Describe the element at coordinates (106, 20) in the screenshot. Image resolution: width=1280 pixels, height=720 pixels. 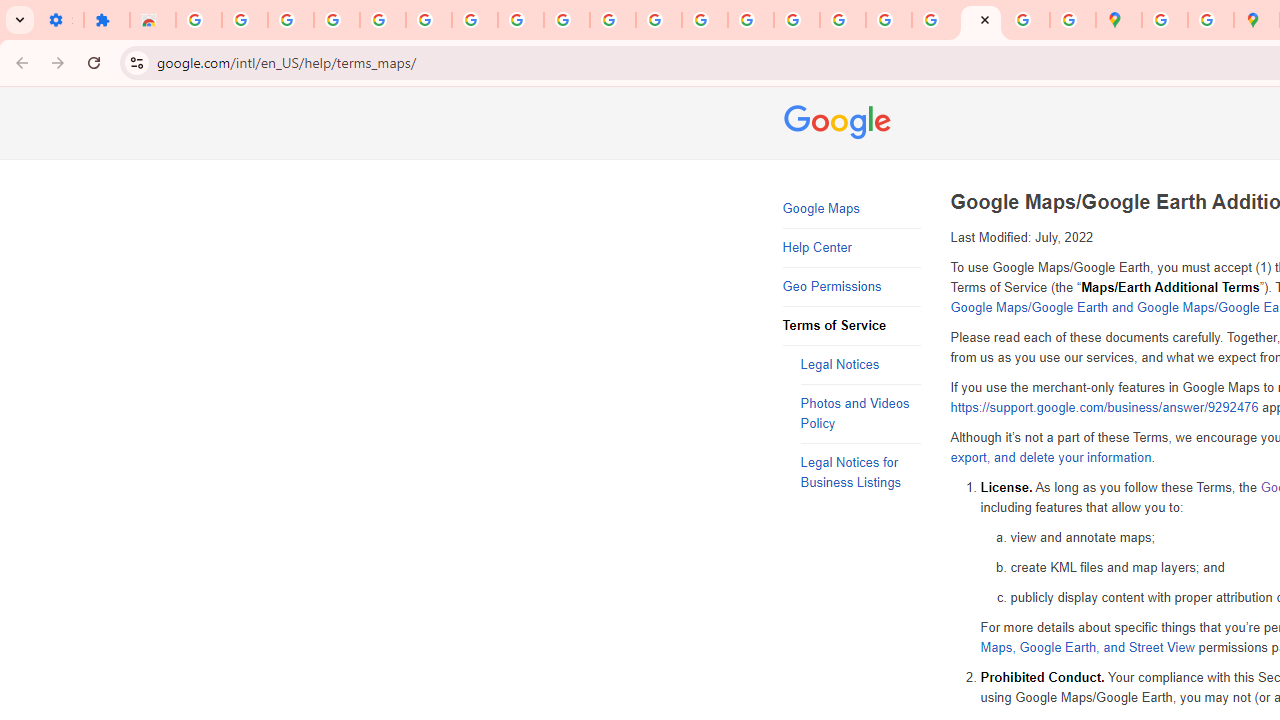
I see `'Extensions'` at that location.